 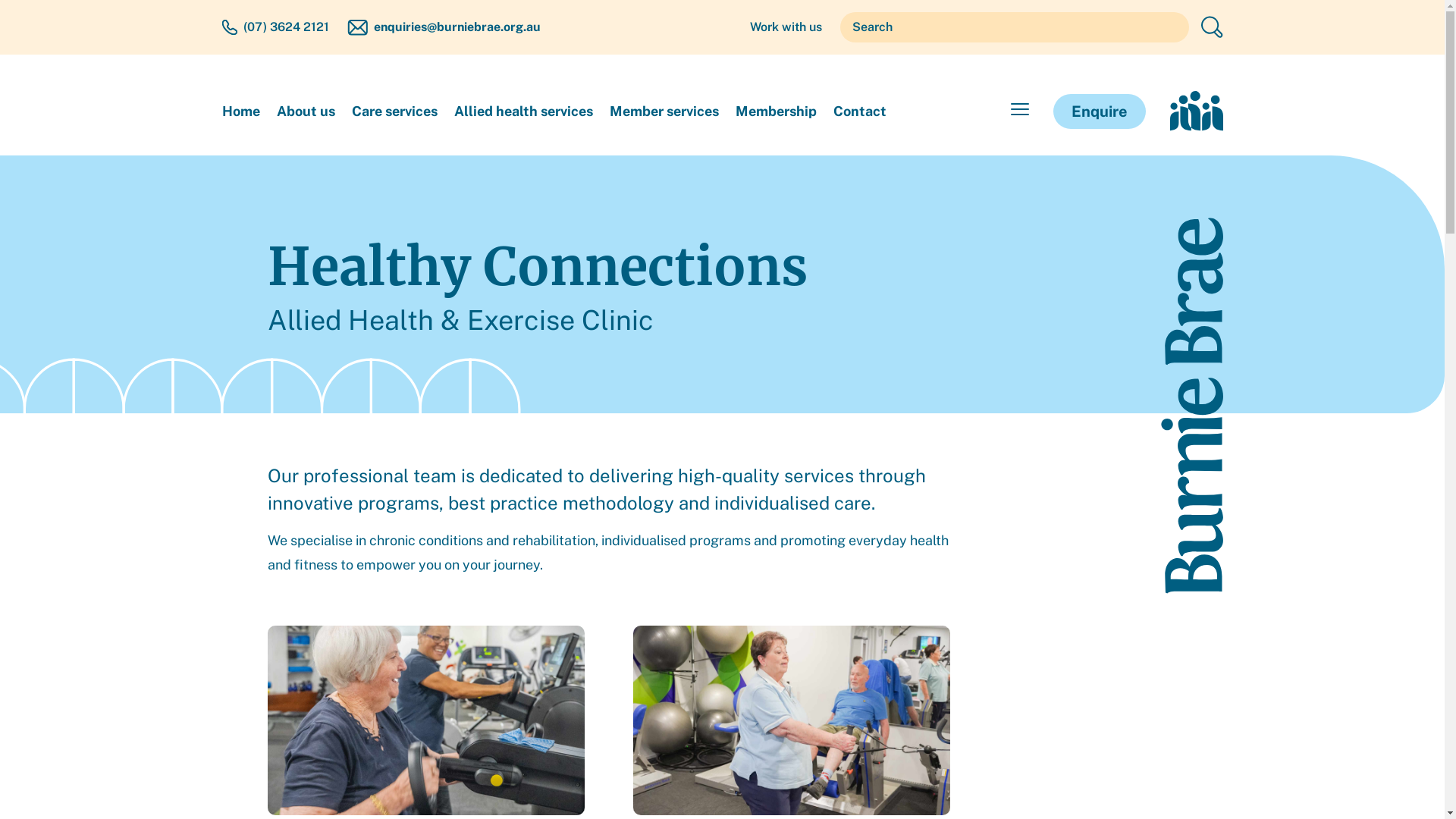 I want to click on 'Contact', so click(x=858, y=110).